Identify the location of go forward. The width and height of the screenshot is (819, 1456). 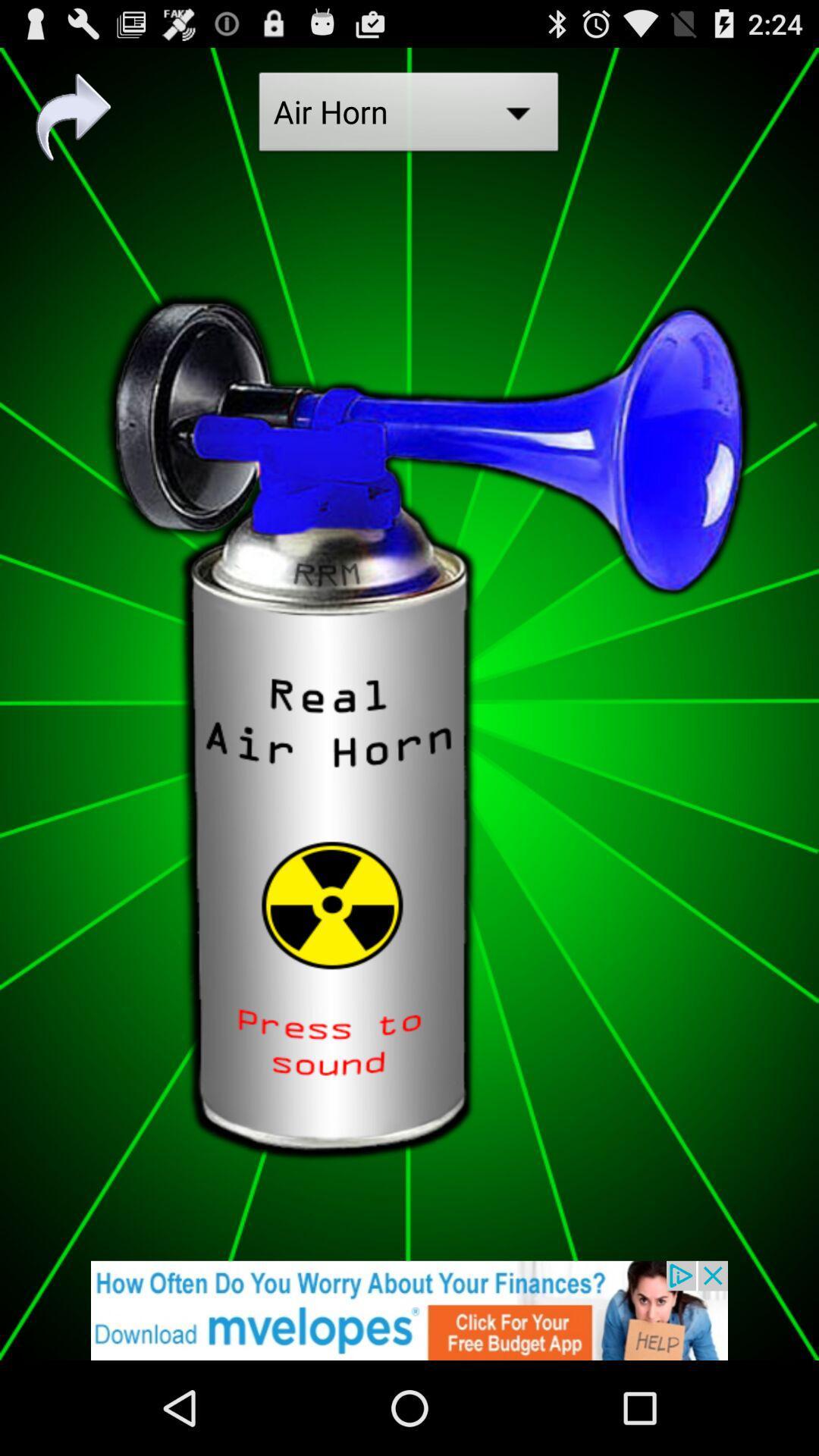
(74, 116).